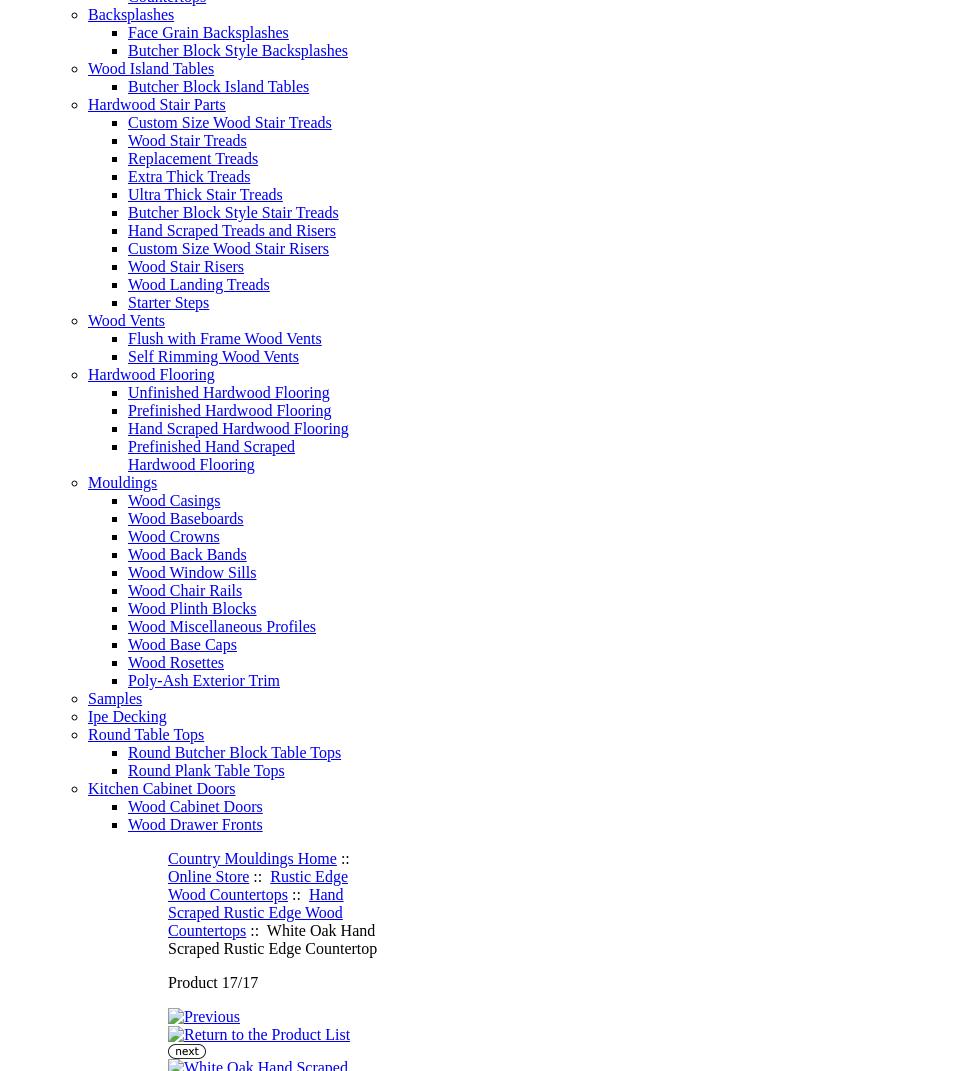  What do you see at coordinates (237, 428) in the screenshot?
I see `'Hand Scraped Hardwood Flooring'` at bounding box center [237, 428].